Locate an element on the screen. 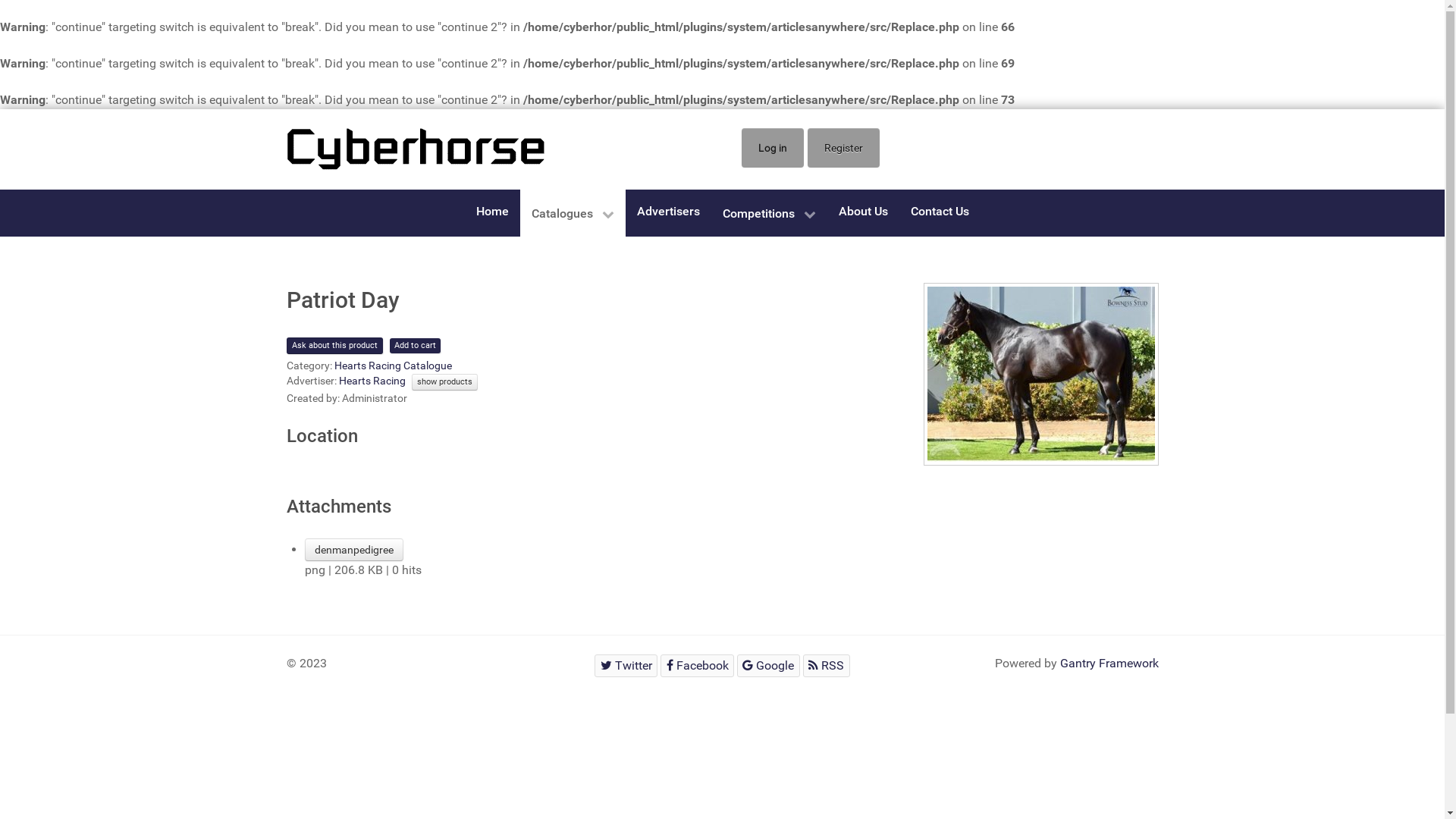 The image size is (1456, 819). 'denmanpedigree' is located at coordinates (353, 550).